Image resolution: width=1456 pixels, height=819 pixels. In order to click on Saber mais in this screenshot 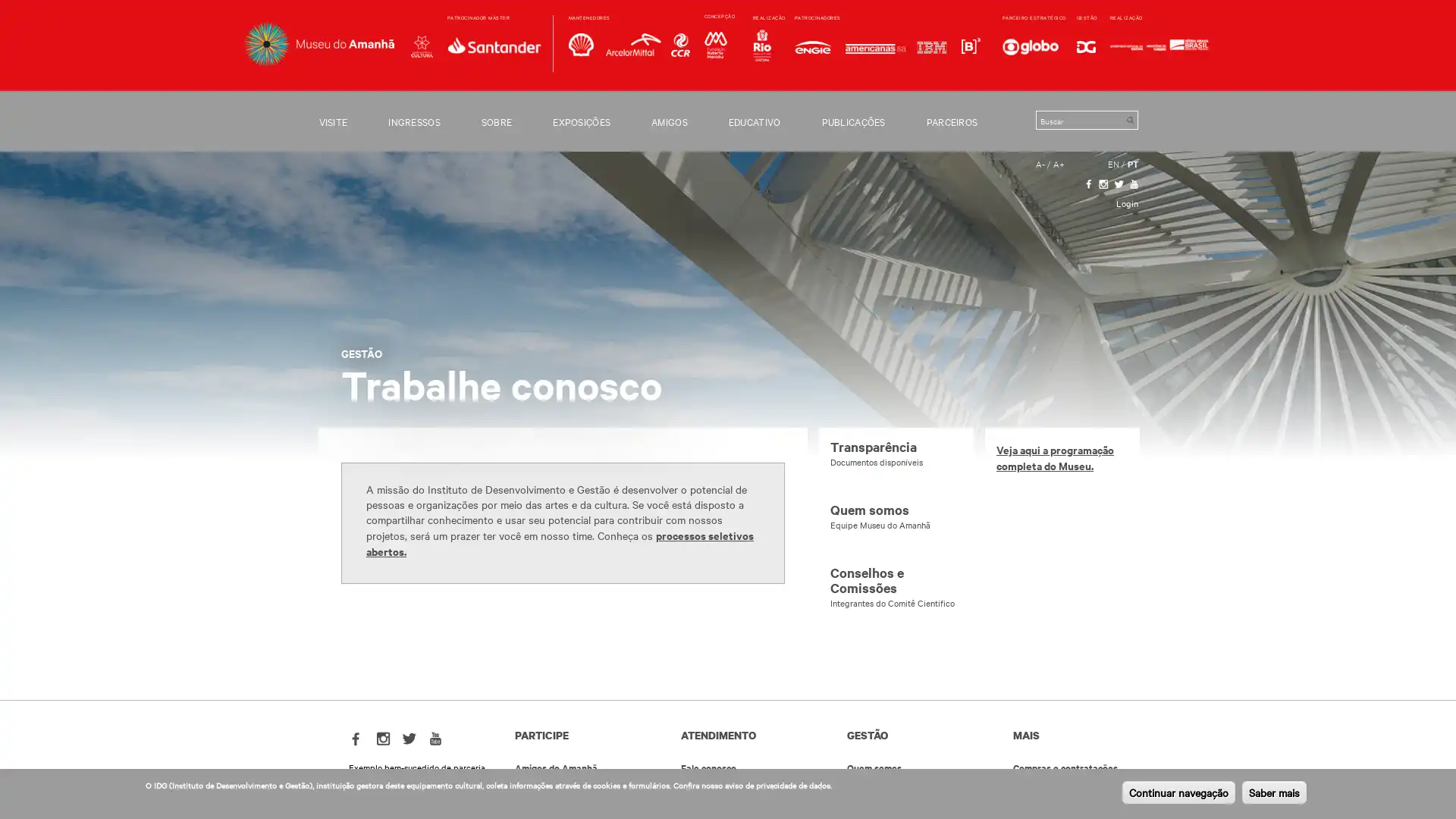, I will do `click(1274, 792)`.